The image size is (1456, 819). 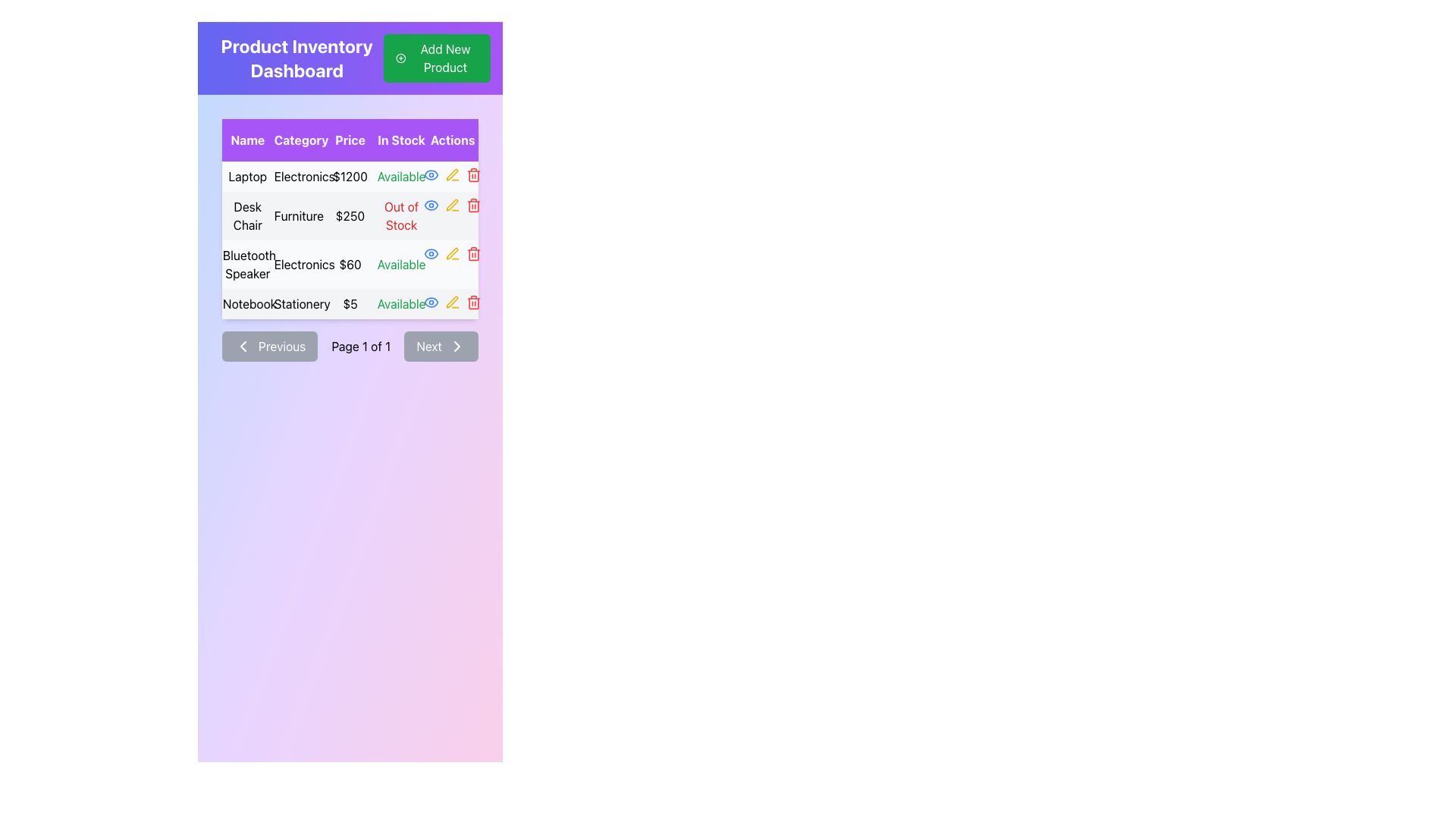 What do you see at coordinates (473, 253) in the screenshot?
I see `the delete icon button in the Actions column of the third row` at bounding box center [473, 253].